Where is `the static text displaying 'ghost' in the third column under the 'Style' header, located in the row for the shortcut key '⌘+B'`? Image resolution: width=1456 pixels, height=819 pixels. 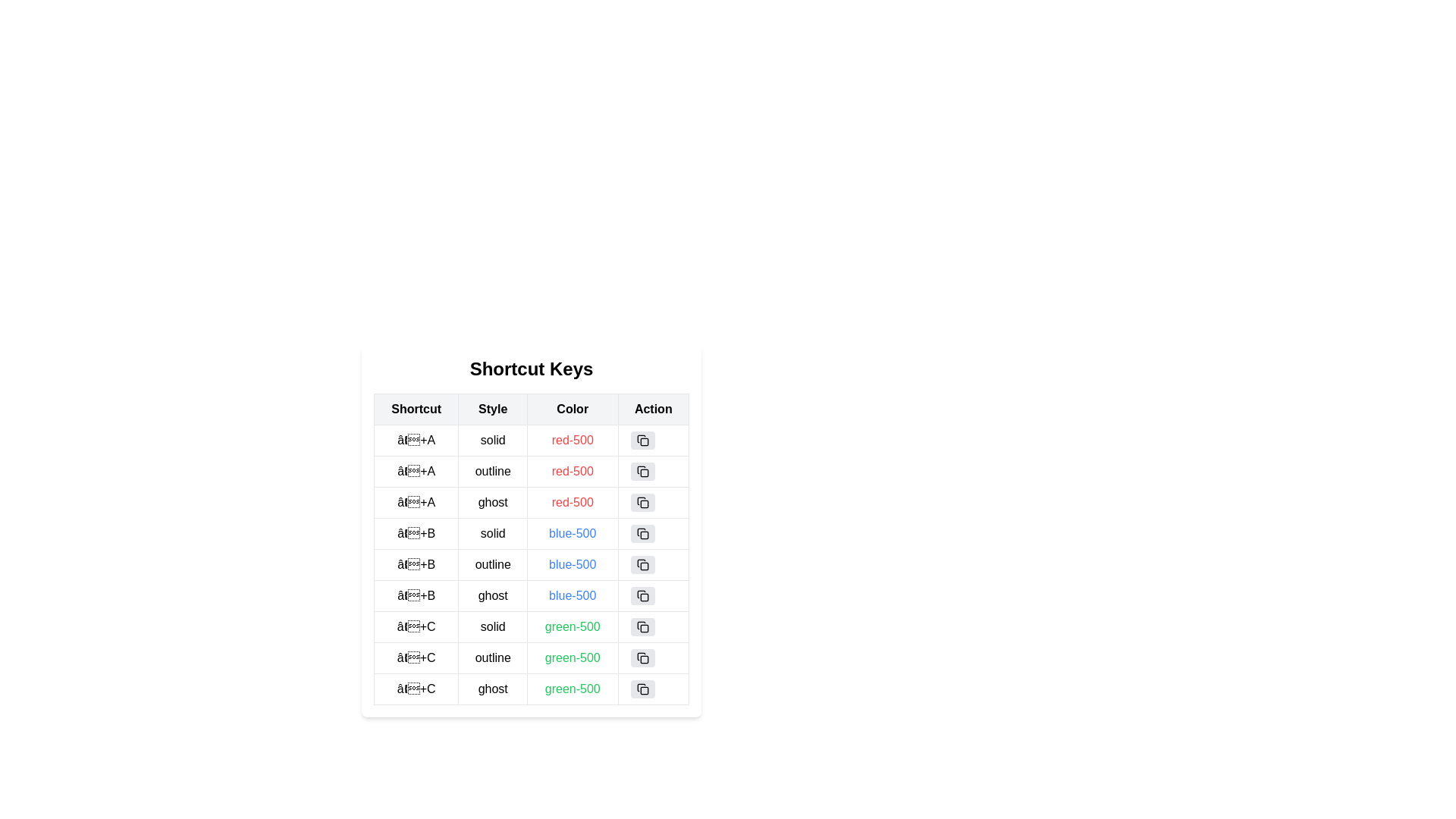 the static text displaying 'ghost' in the third column under the 'Style' header, located in the row for the shortcut key '⌘+B' is located at coordinates (493, 595).